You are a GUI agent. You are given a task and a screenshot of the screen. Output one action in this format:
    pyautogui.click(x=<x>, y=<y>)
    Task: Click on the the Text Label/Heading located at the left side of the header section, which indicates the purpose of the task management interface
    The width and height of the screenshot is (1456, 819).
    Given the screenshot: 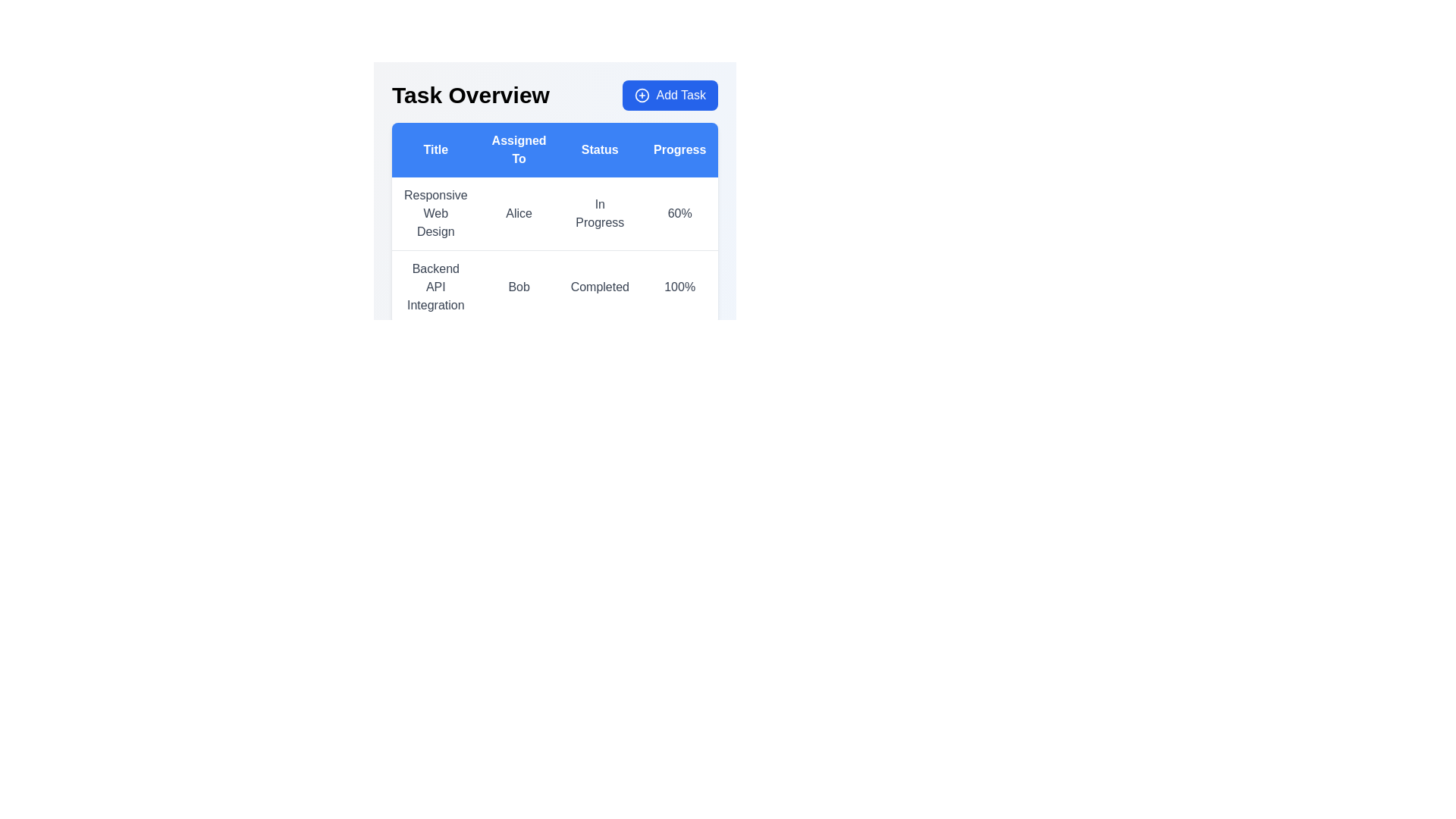 What is the action you would take?
    pyautogui.click(x=469, y=96)
    